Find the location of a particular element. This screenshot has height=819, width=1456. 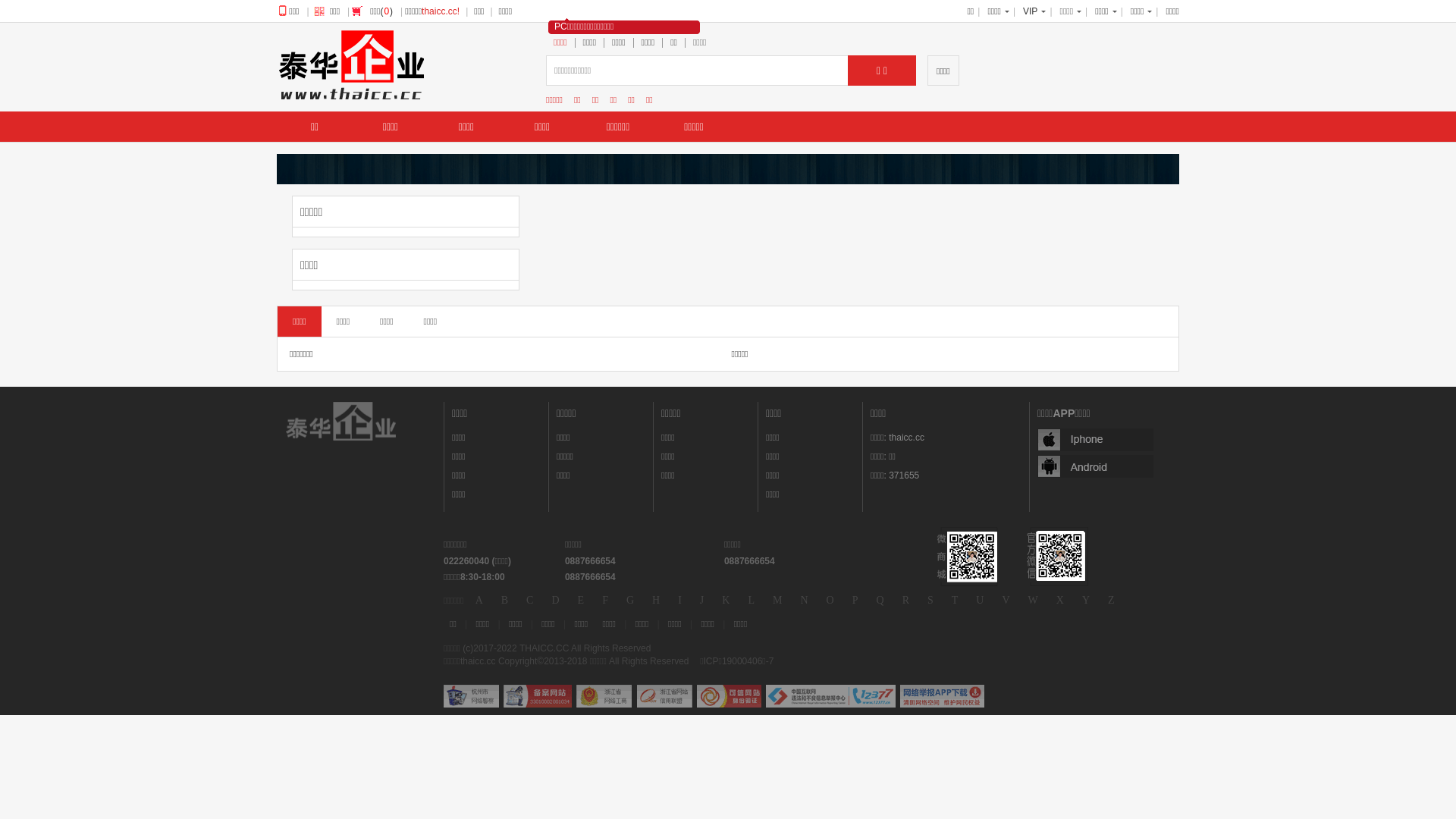

'V' is located at coordinates (1005, 599).